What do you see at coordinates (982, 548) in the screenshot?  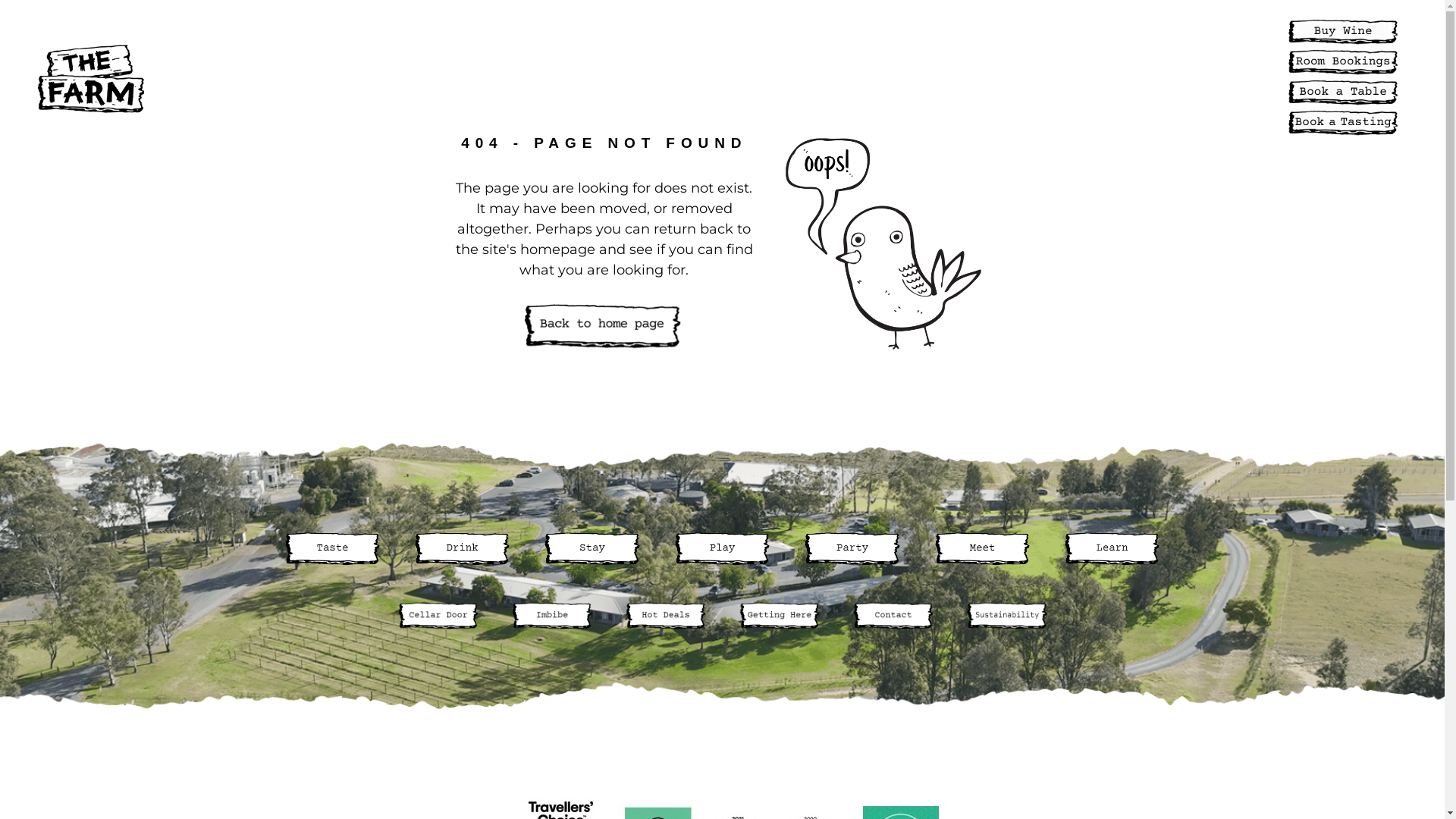 I see `'Meet-8'` at bounding box center [982, 548].